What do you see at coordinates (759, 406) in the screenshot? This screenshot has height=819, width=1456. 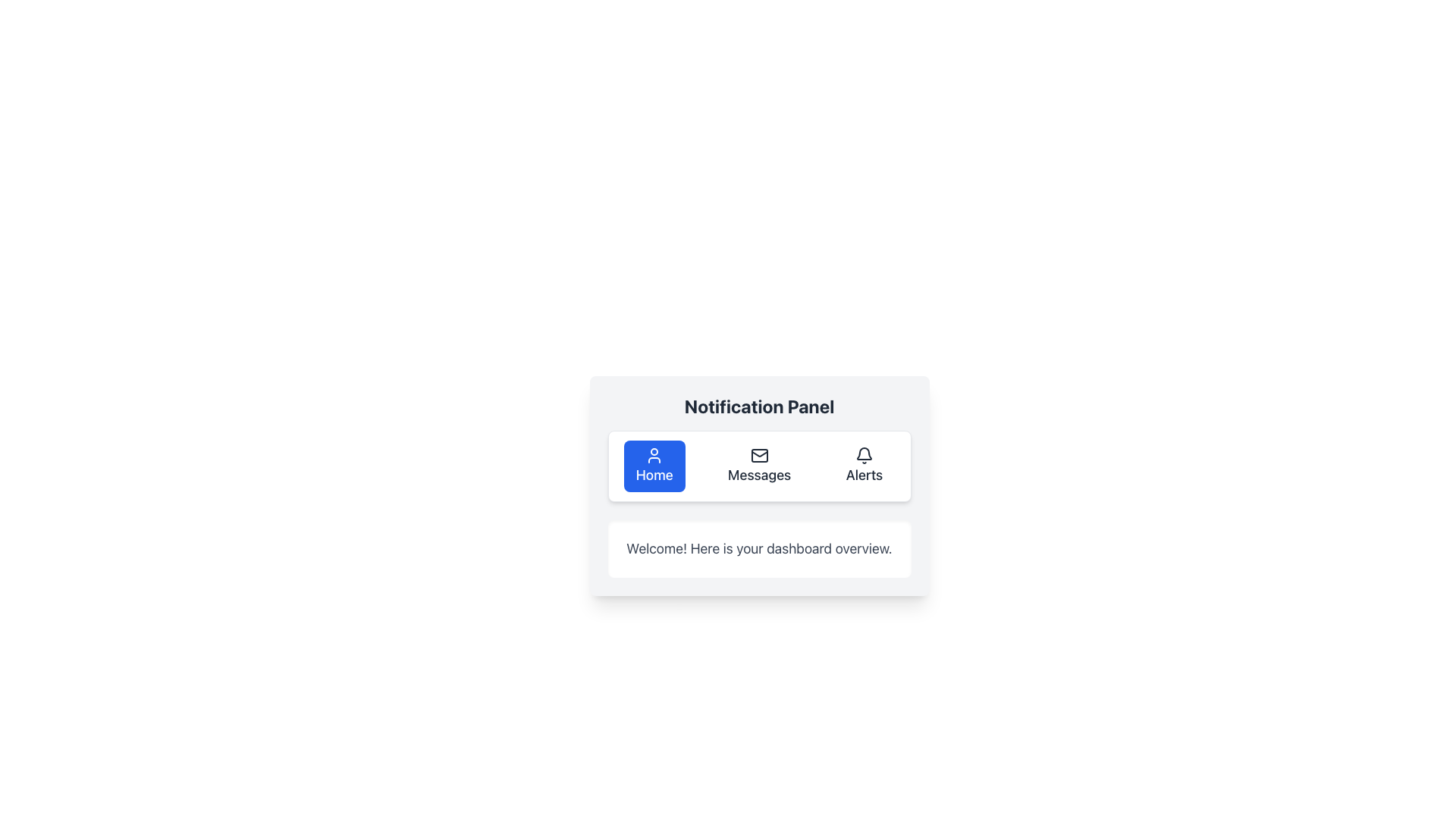 I see `the Heading element that serves as the section title for the notification panel interface, located near the upper edge and above navigation buttons` at bounding box center [759, 406].